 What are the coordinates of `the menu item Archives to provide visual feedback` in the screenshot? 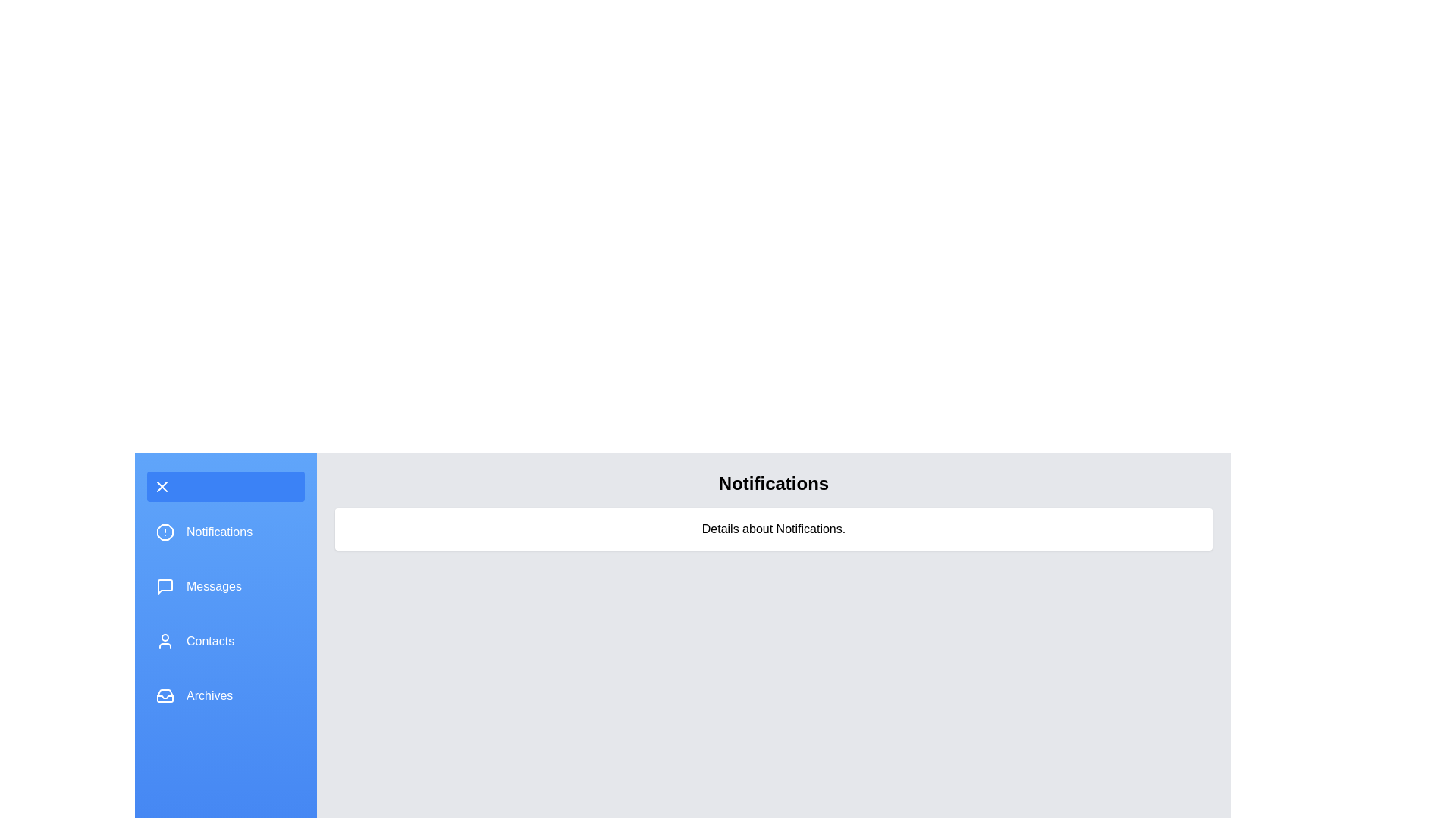 It's located at (224, 696).